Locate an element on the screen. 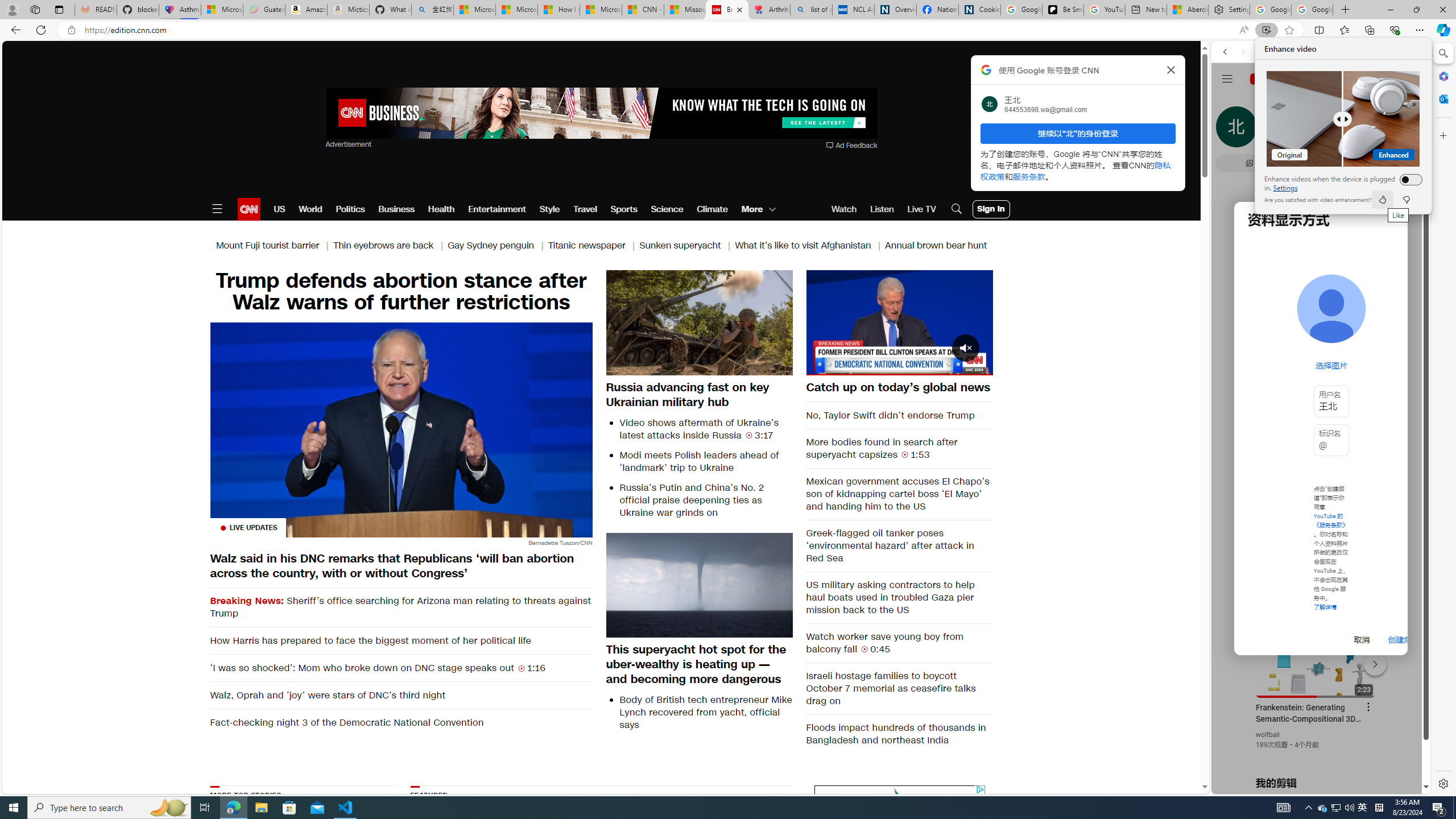  'you' is located at coordinates (1316, 755).